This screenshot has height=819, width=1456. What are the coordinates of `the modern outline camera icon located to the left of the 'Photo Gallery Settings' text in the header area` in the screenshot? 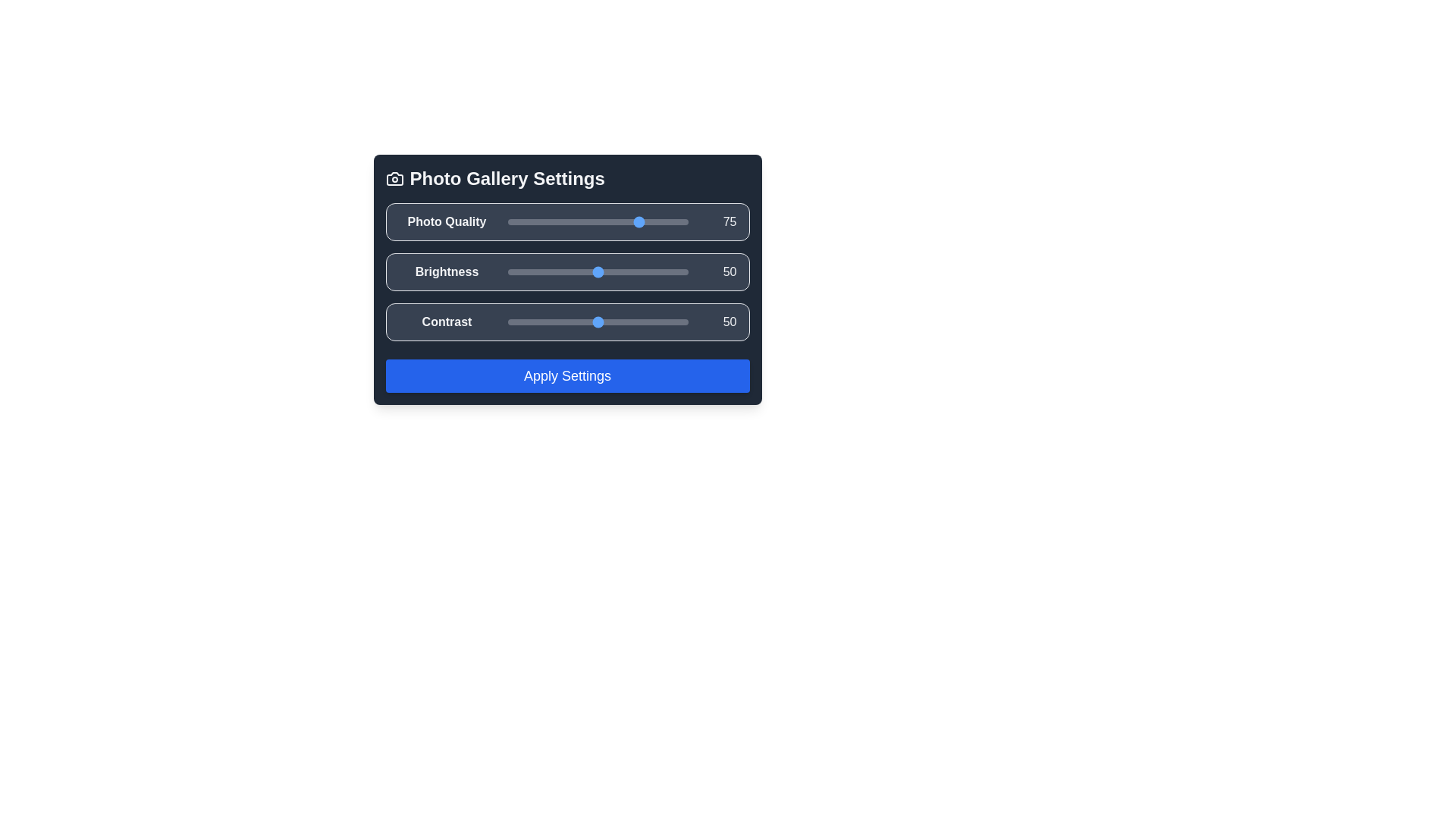 It's located at (394, 177).